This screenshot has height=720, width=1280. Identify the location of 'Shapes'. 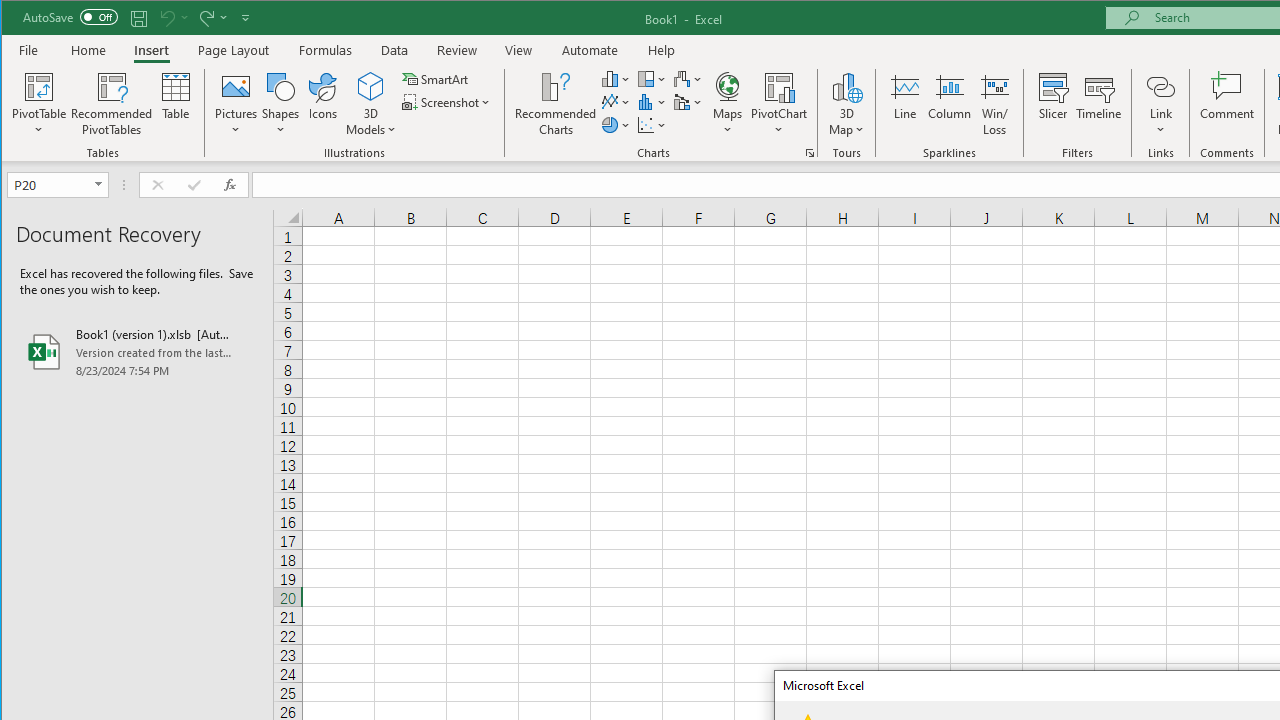
(279, 104).